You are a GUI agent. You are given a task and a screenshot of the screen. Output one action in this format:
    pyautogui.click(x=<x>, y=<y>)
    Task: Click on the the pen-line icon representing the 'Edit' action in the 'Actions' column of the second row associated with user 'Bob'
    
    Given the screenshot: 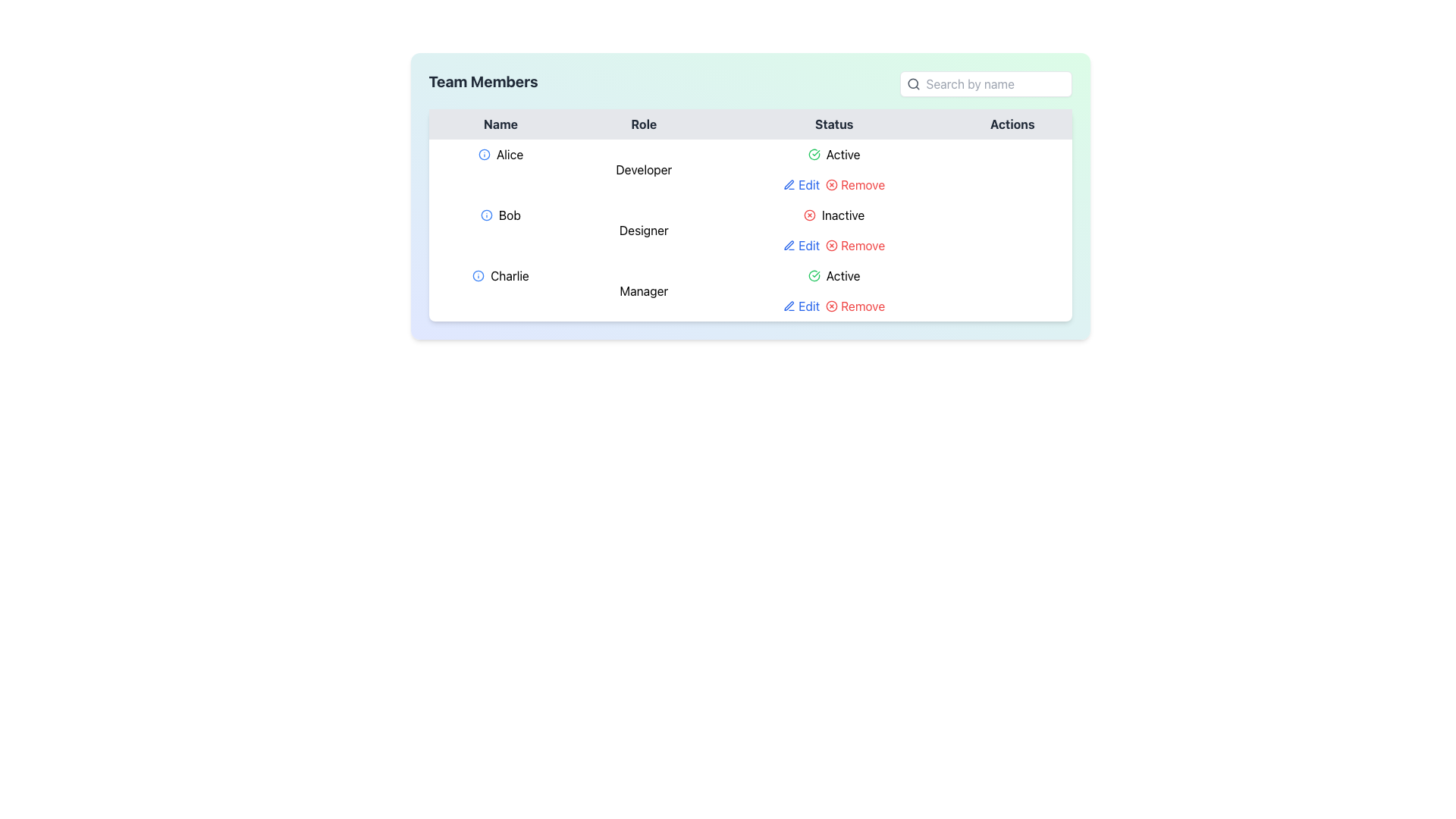 What is the action you would take?
    pyautogui.click(x=789, y=245)
    